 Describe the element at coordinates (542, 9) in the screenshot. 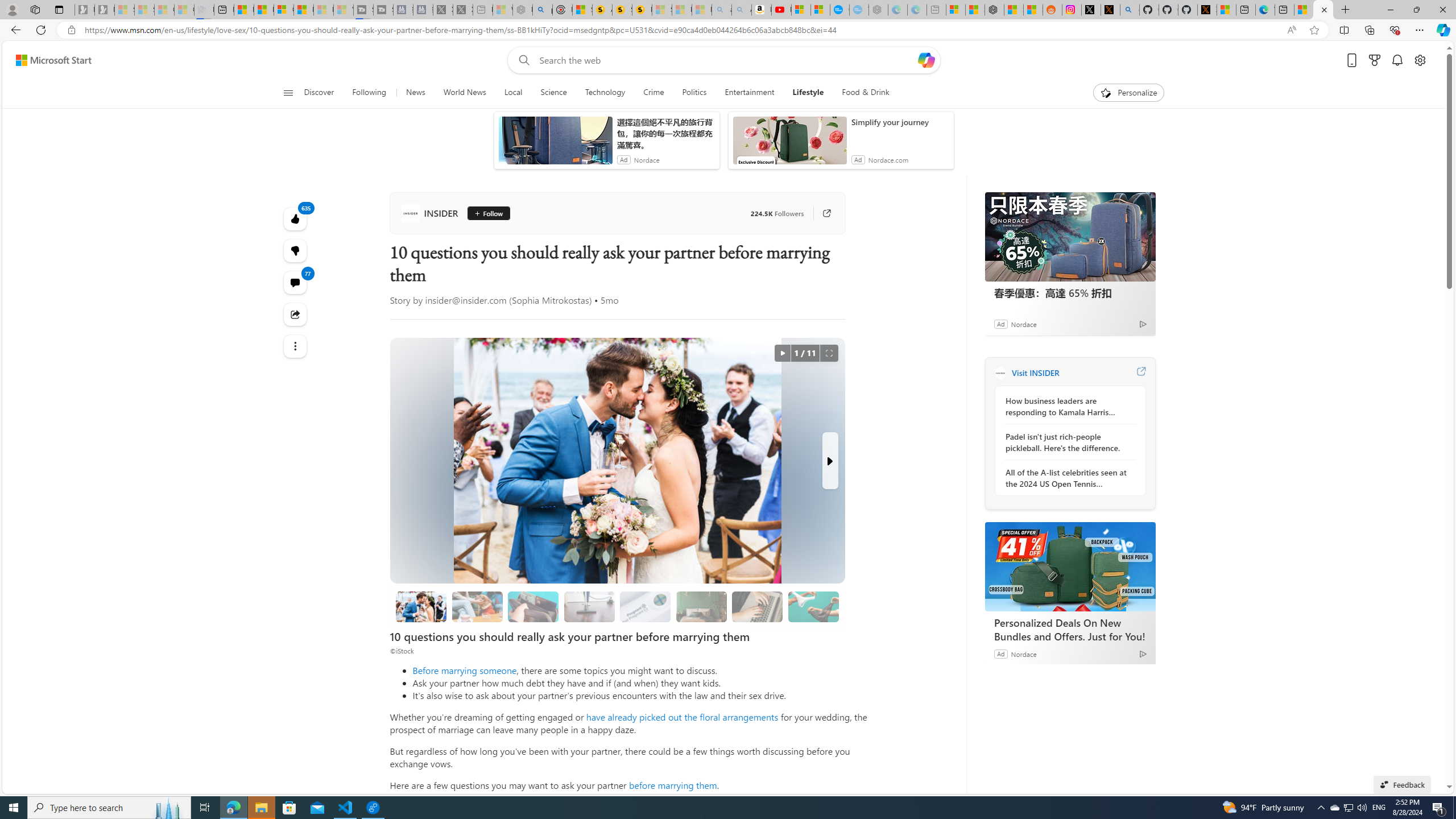

I see `'poe - Search'` at that location.